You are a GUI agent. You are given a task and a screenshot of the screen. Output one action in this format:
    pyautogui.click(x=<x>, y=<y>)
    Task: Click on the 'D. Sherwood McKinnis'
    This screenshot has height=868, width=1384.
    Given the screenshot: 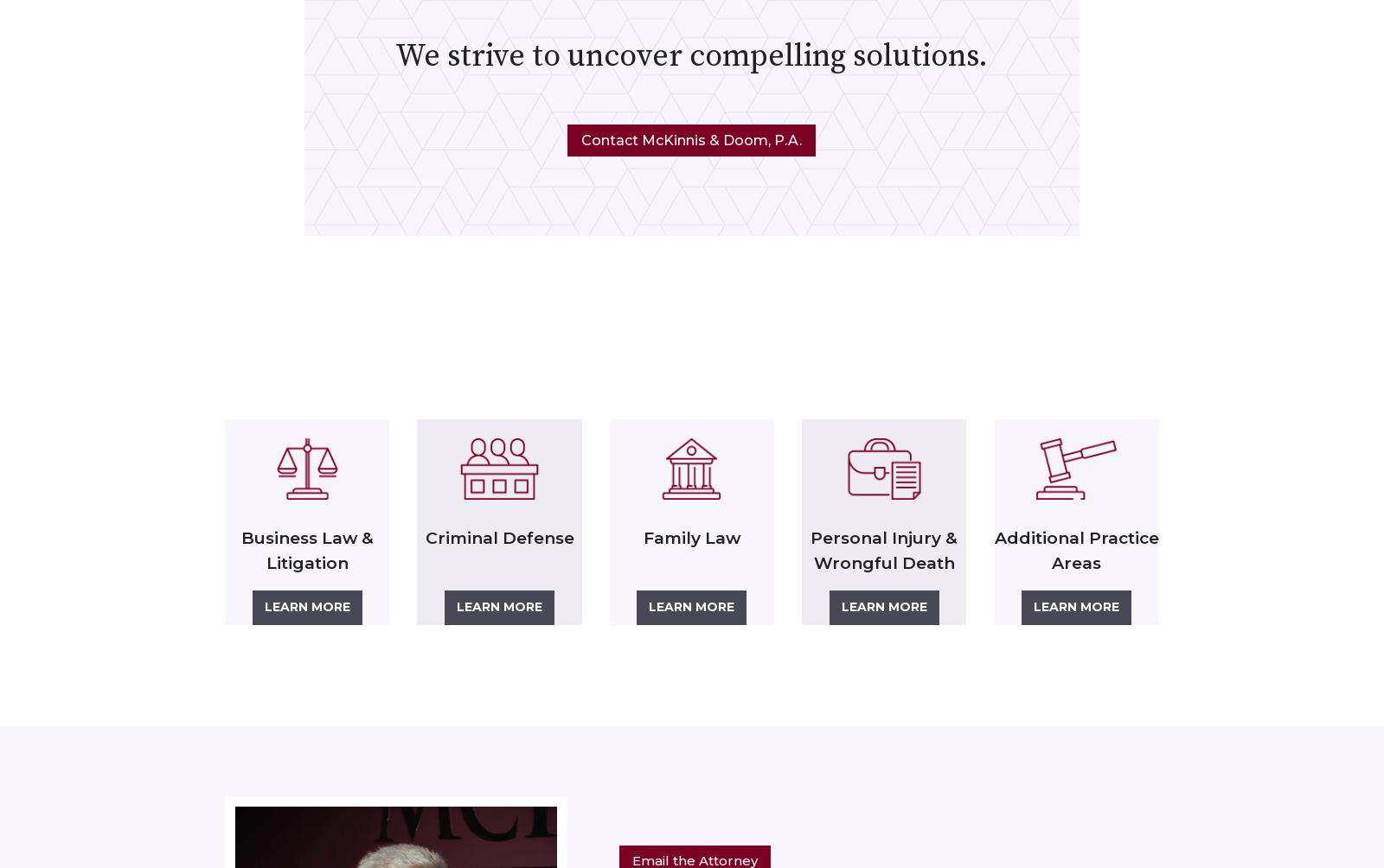 What is the action you would take?
    pyautogui.click(x=773, y=812)
    